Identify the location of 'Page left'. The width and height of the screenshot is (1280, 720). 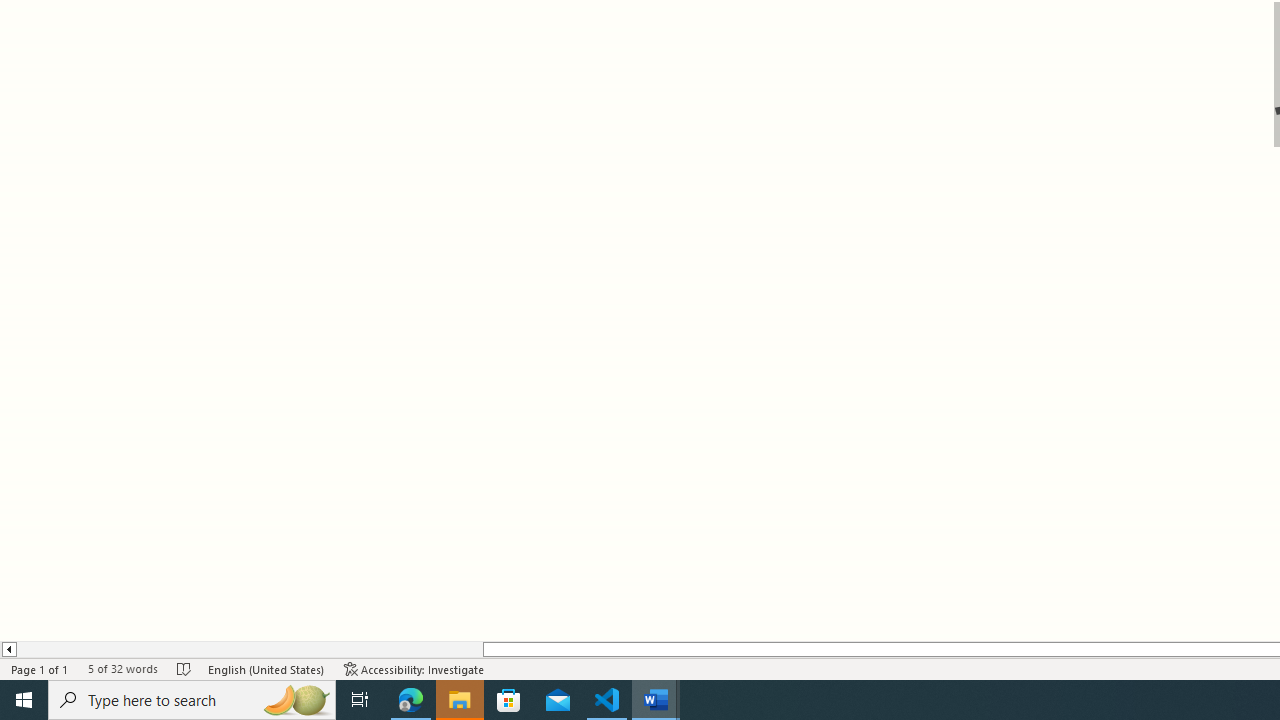
(248, 649).